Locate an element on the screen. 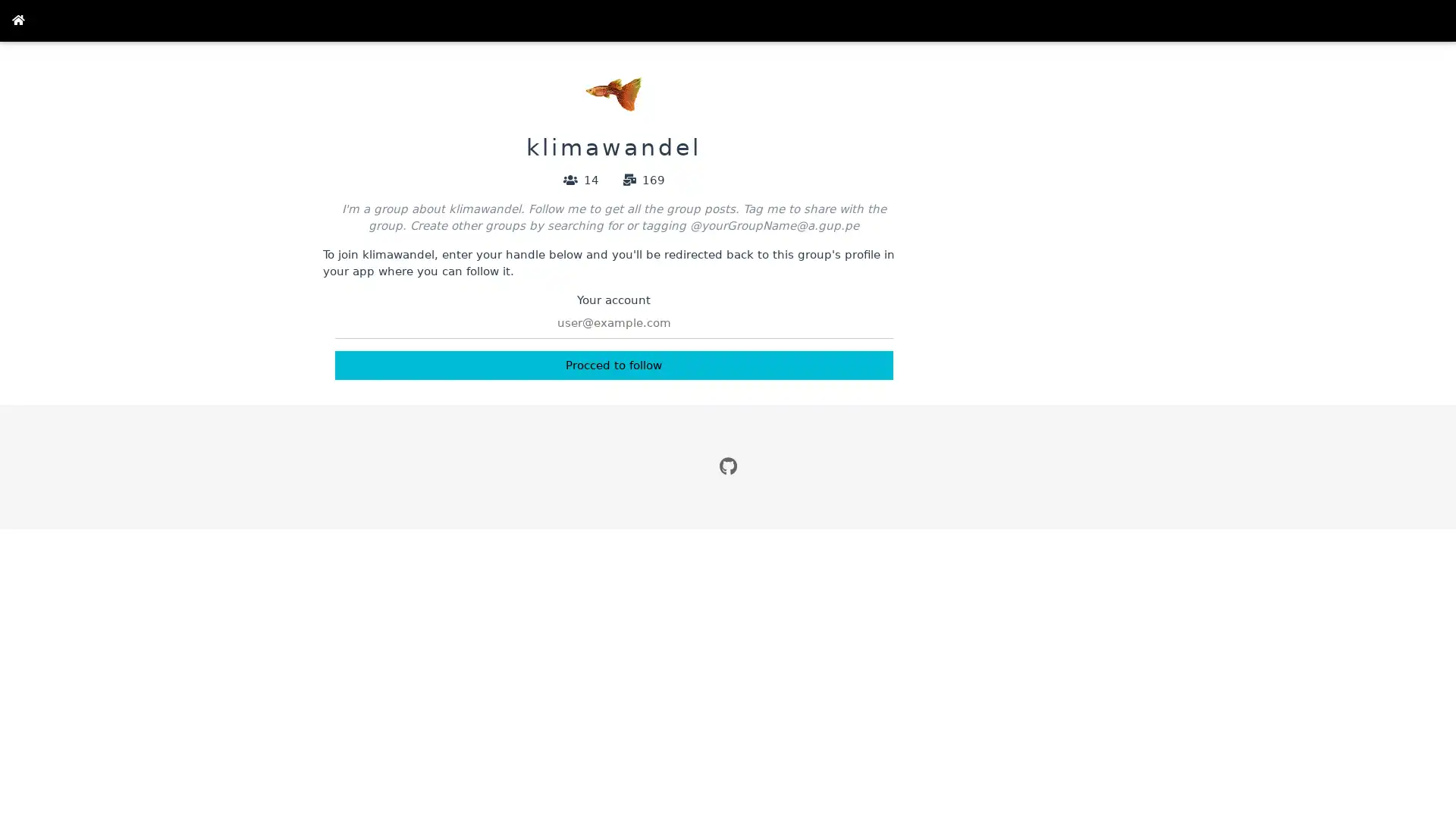 This screenshot has height=819, width=1456. Procced to follow is located at coordinates (613, 365).